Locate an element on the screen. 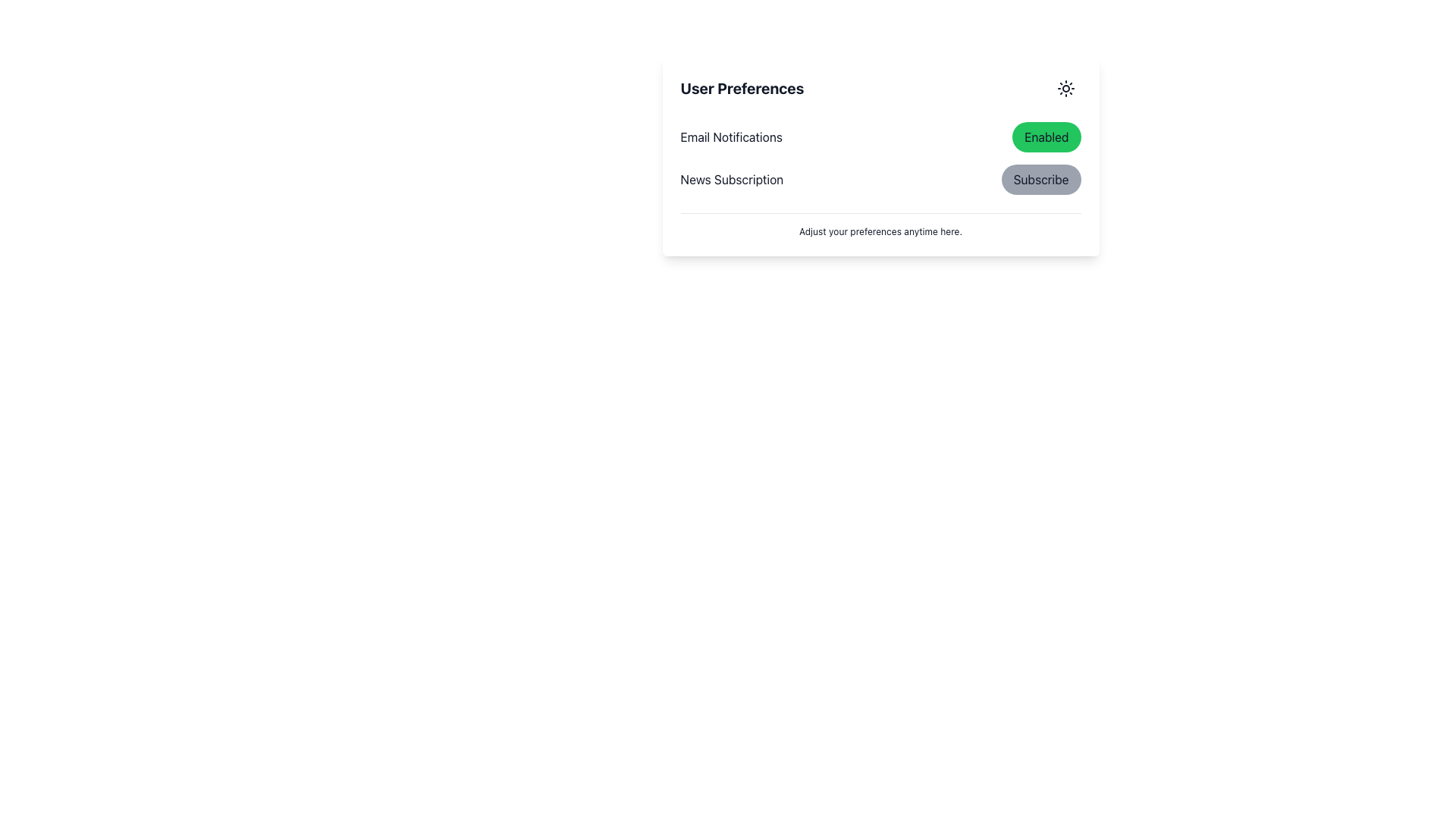 The width and height of the screenshot is (1456, 819). the interactive toggle button for 'Email Notifications' is located at coordinates (1046, 137).